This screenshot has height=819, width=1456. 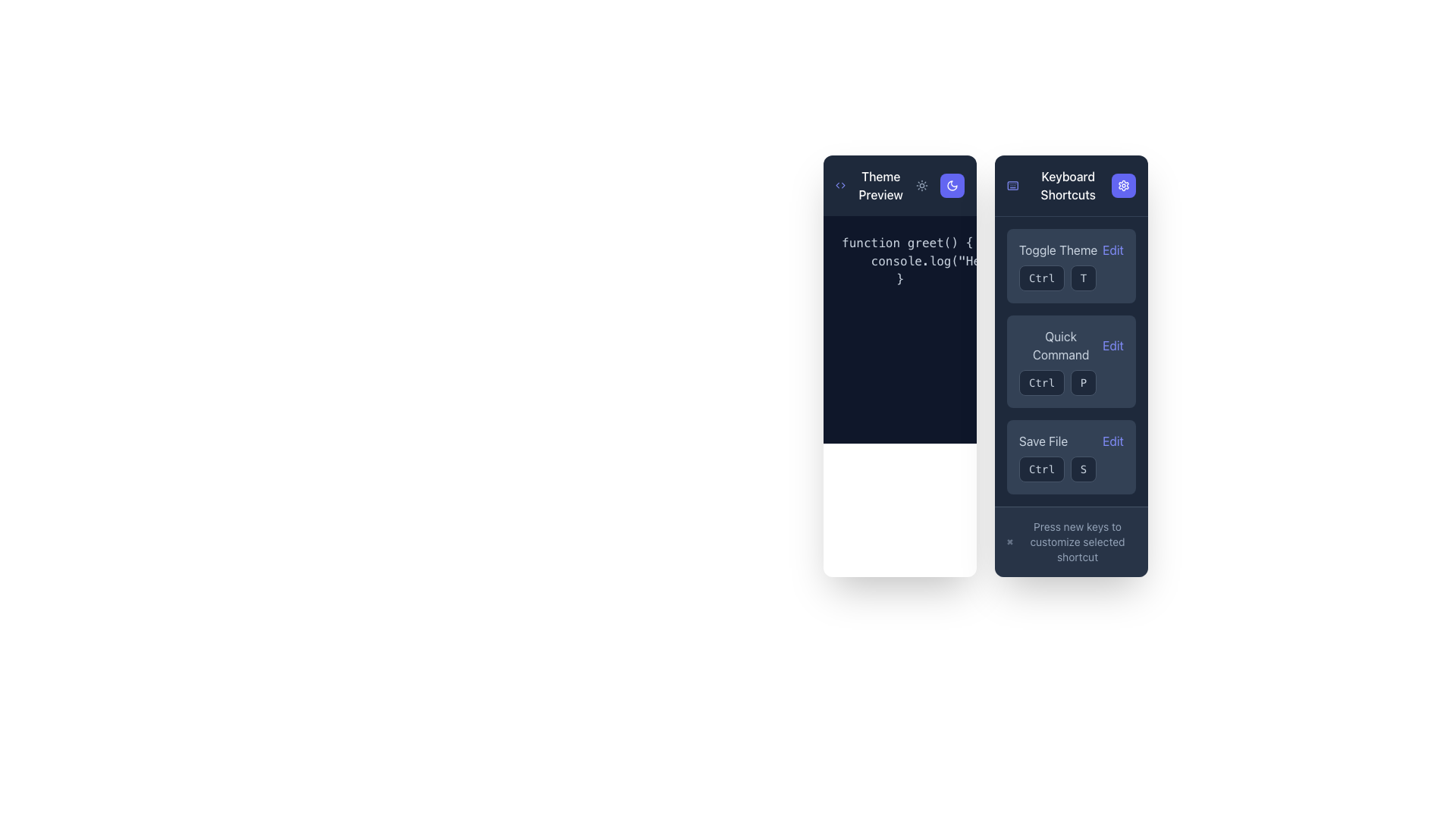 What do you see at coordinates (1113, 441) in the screenshot?
I see `the 'Edit' interactive text label located to the right of the 'Save File' text label in the lower half of the right column` at bounding box center [1113, 441].